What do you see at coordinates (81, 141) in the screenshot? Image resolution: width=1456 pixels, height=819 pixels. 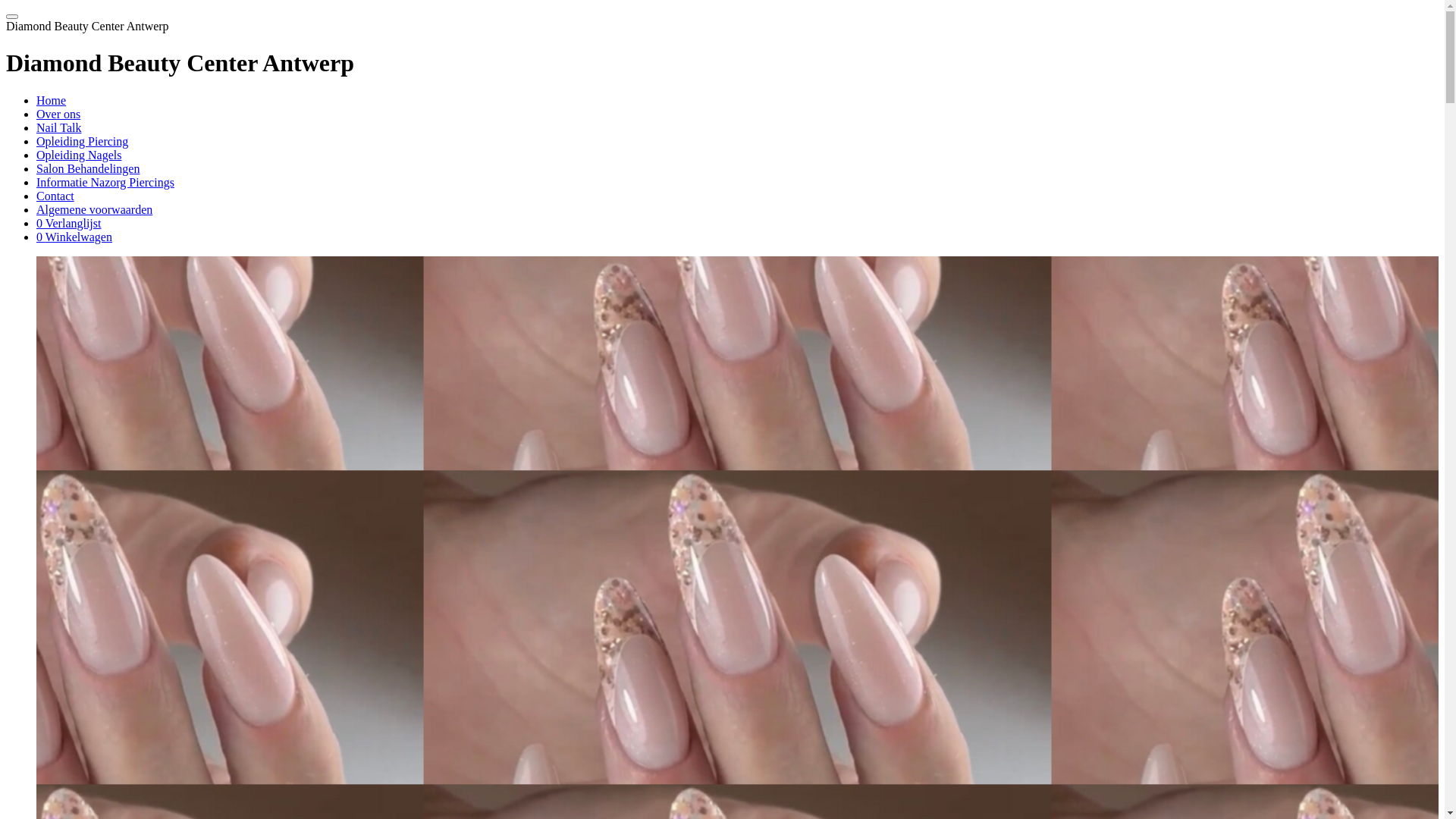 I see `'Opleiding Piercing'` at bounding box center [81, 141].